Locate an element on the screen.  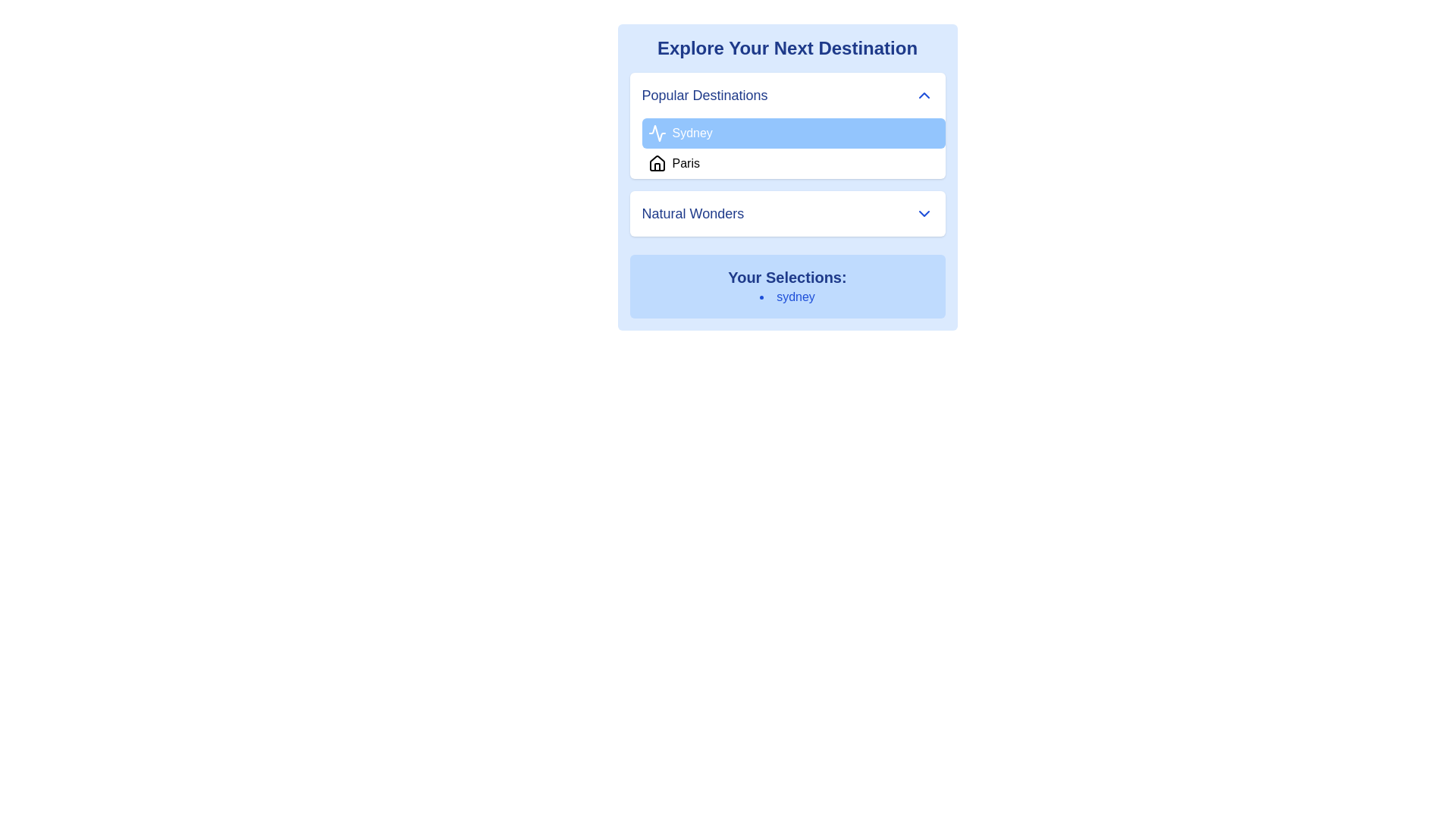
the text heading labeled 'Popular Destinations' which is styled with a medium-sized deep blue font and is part of a collapsible menu header is located at coordinates (704, 96).